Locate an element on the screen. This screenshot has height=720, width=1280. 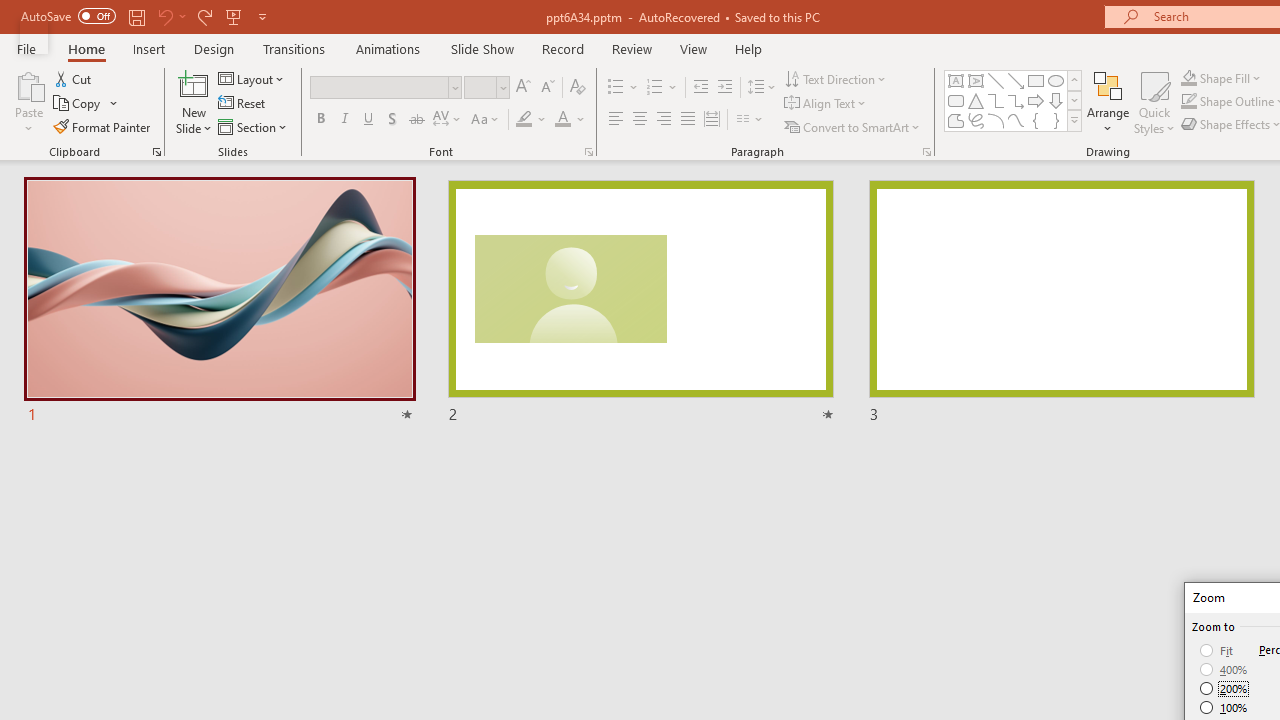
'Align Left' is located at coordinates (615, 119).